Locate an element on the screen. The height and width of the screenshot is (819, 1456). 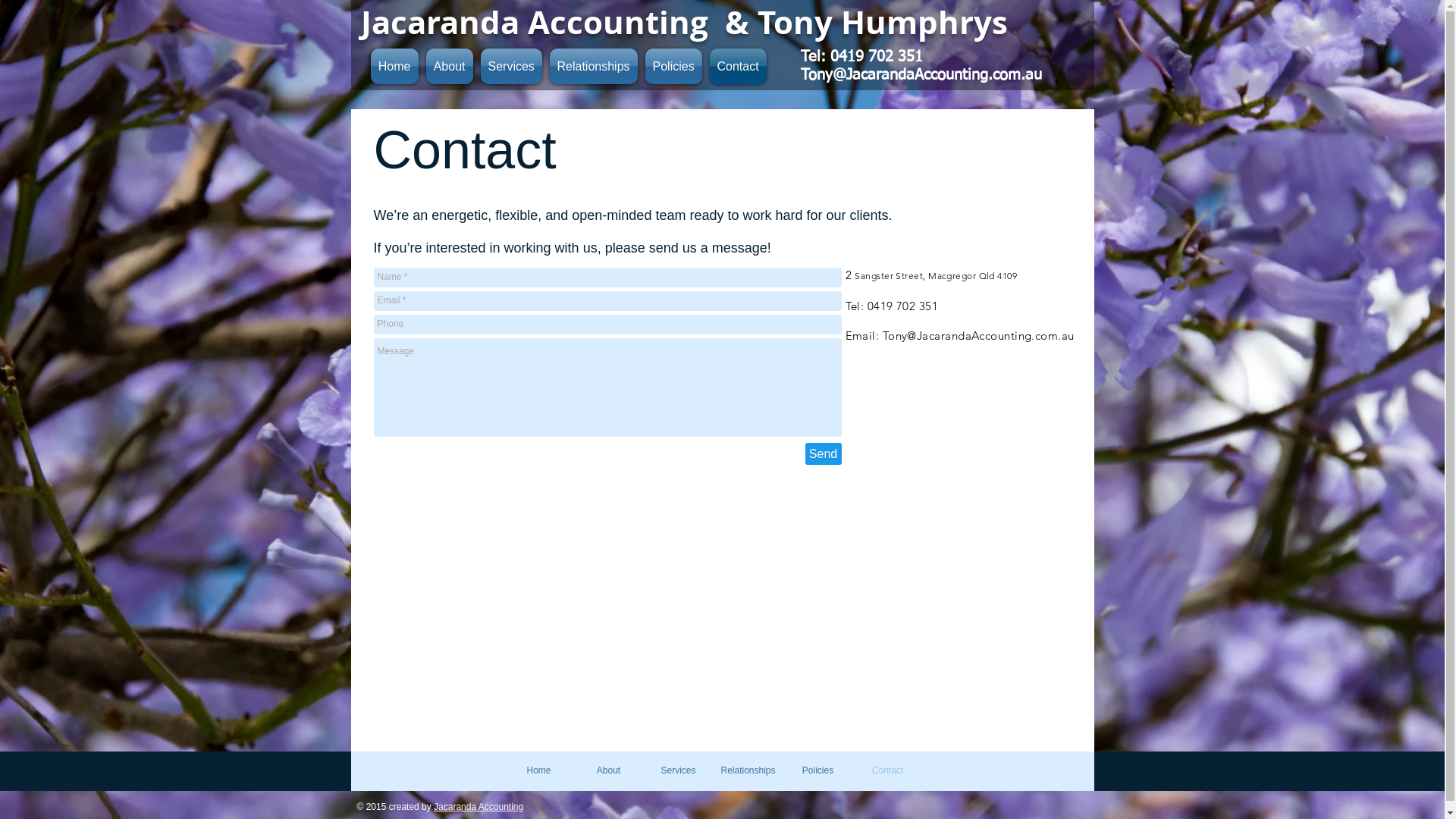
'About' is located at coordinates (607, 770).